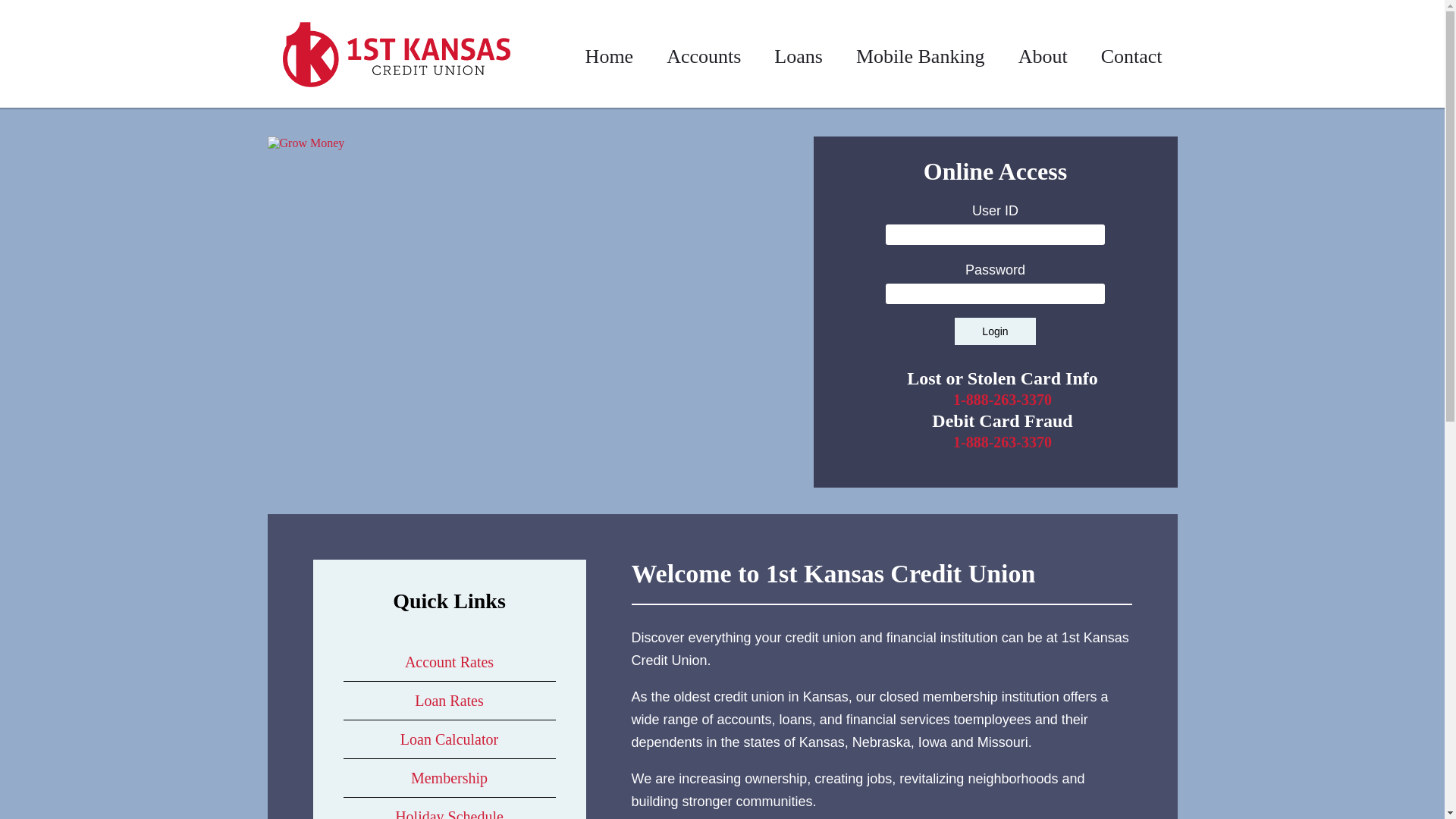  What do you see at coordinates (448, 778) in the screenshot?
I see `'Membership'` at bounding box center [448, 778].